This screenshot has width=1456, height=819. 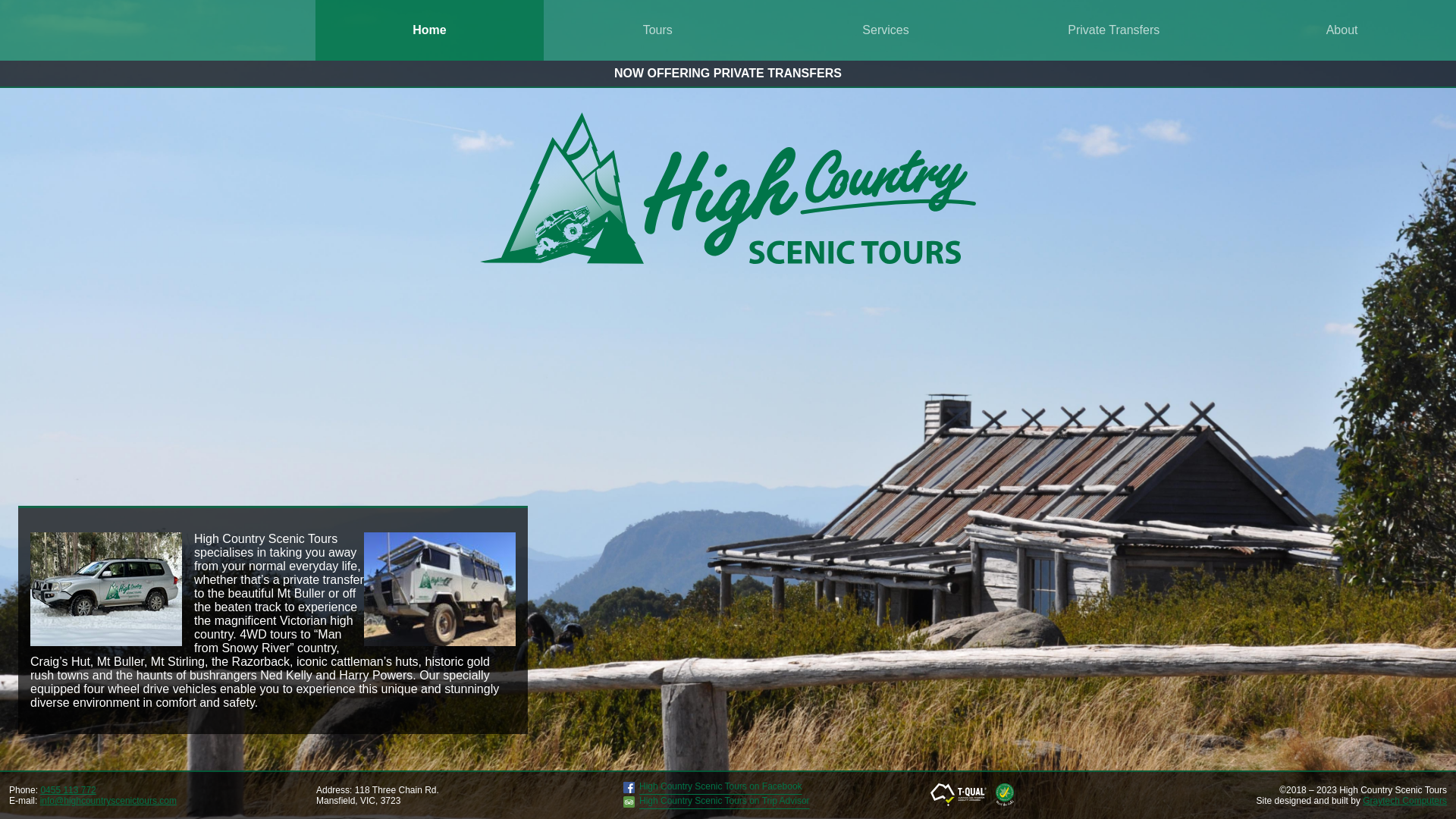 I want to click on 'NOW OFFERING PRIVATE TRANSFERS', so click(x=614, y=73).